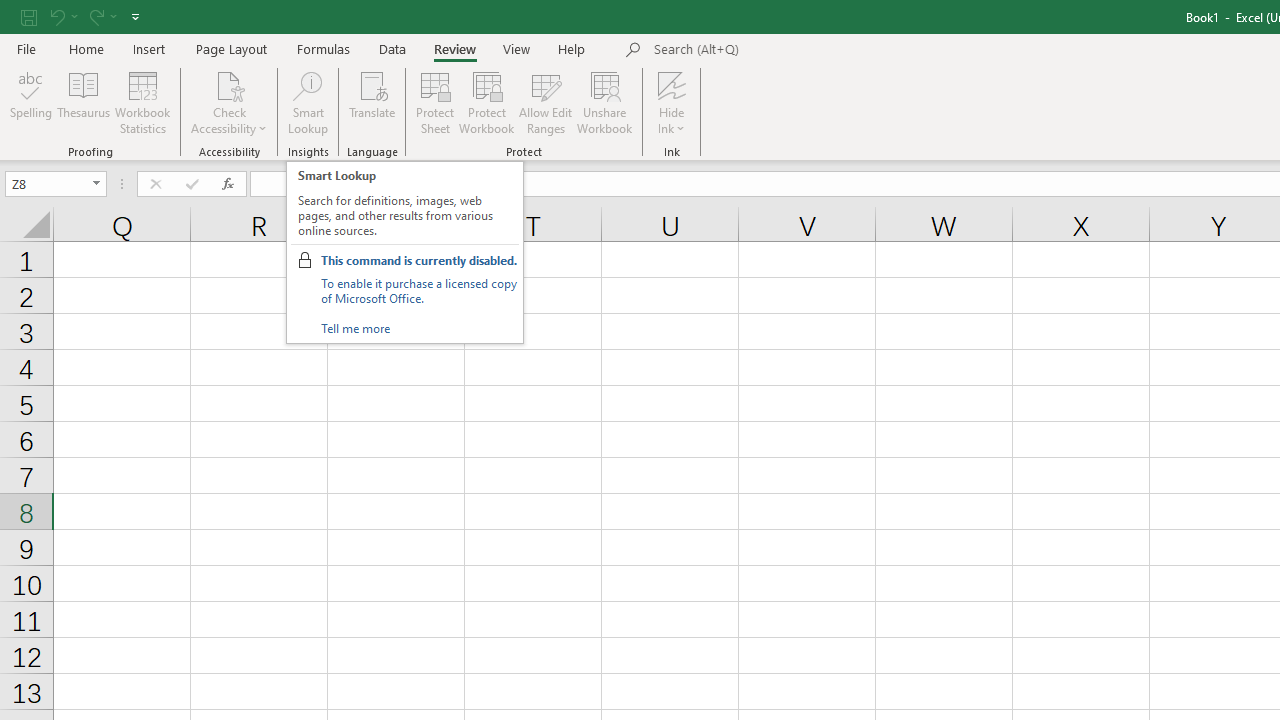 The image size is (1280, 720). I want to click on 'Check Accessibility', so click(229, 103).